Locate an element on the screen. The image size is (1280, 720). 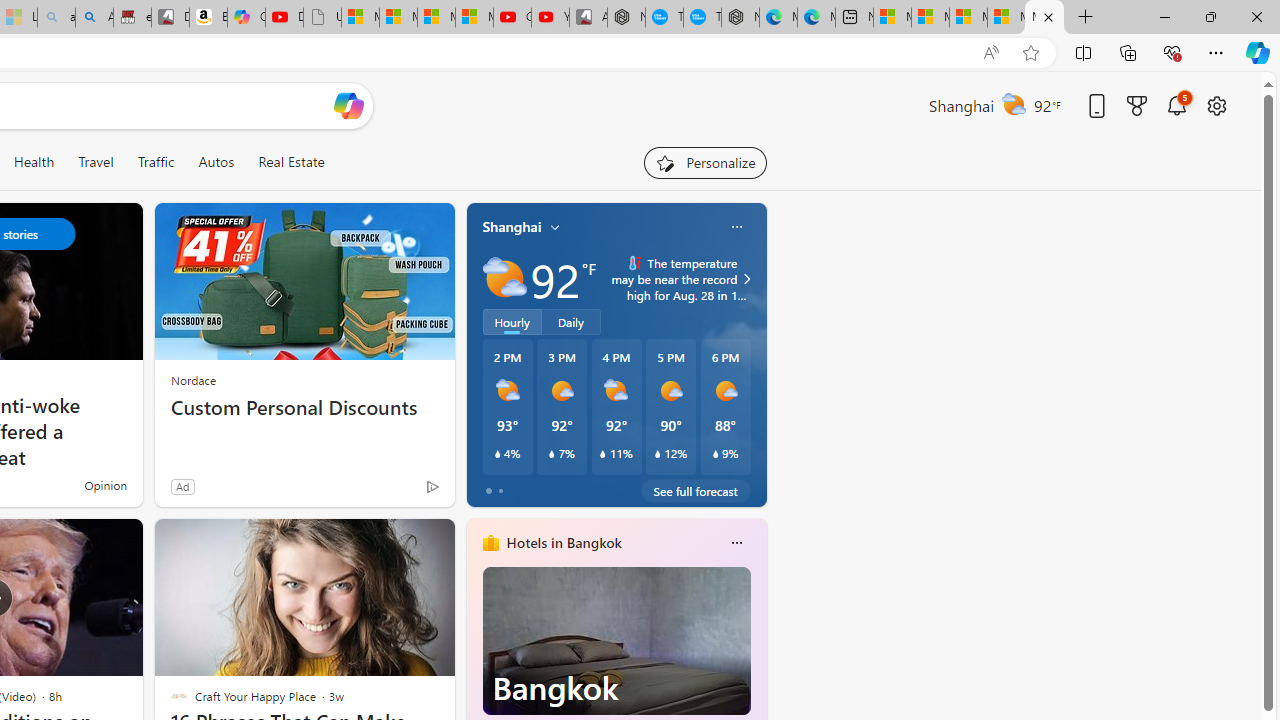
'Autos' is located at coordinates (216, 161).